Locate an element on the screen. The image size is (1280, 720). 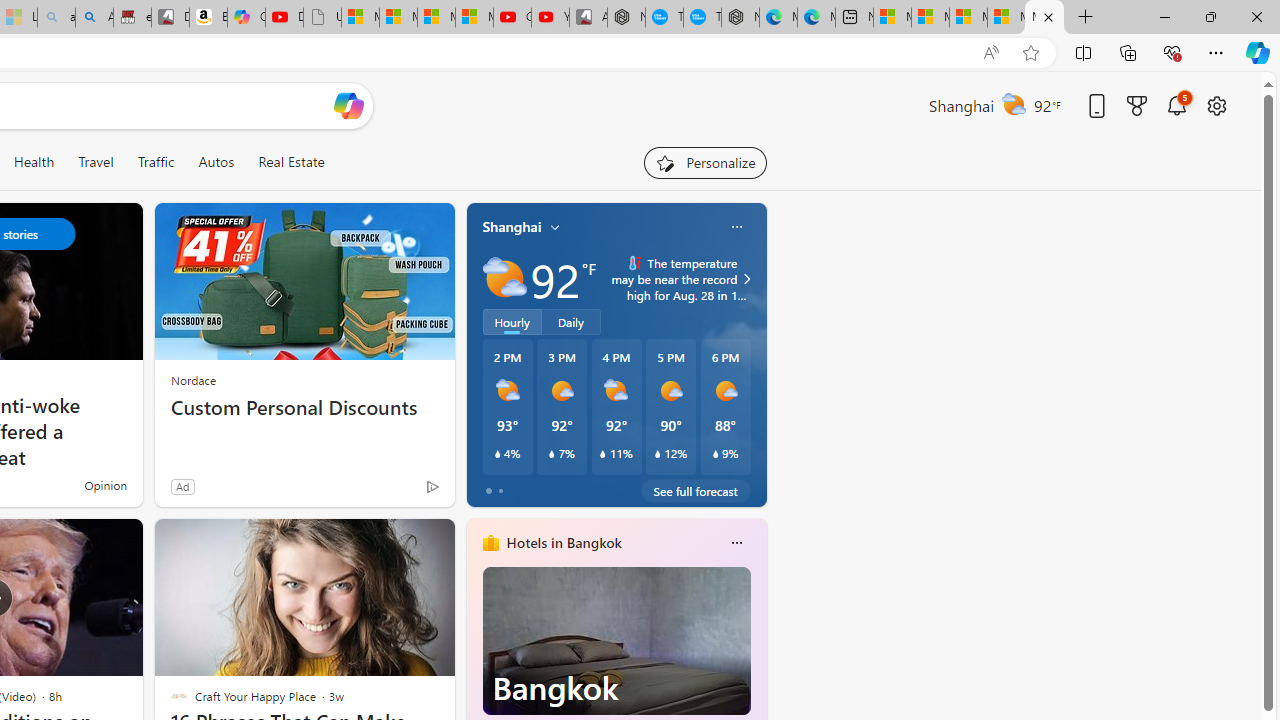
'Autos' is located at coordinates (216, 161).